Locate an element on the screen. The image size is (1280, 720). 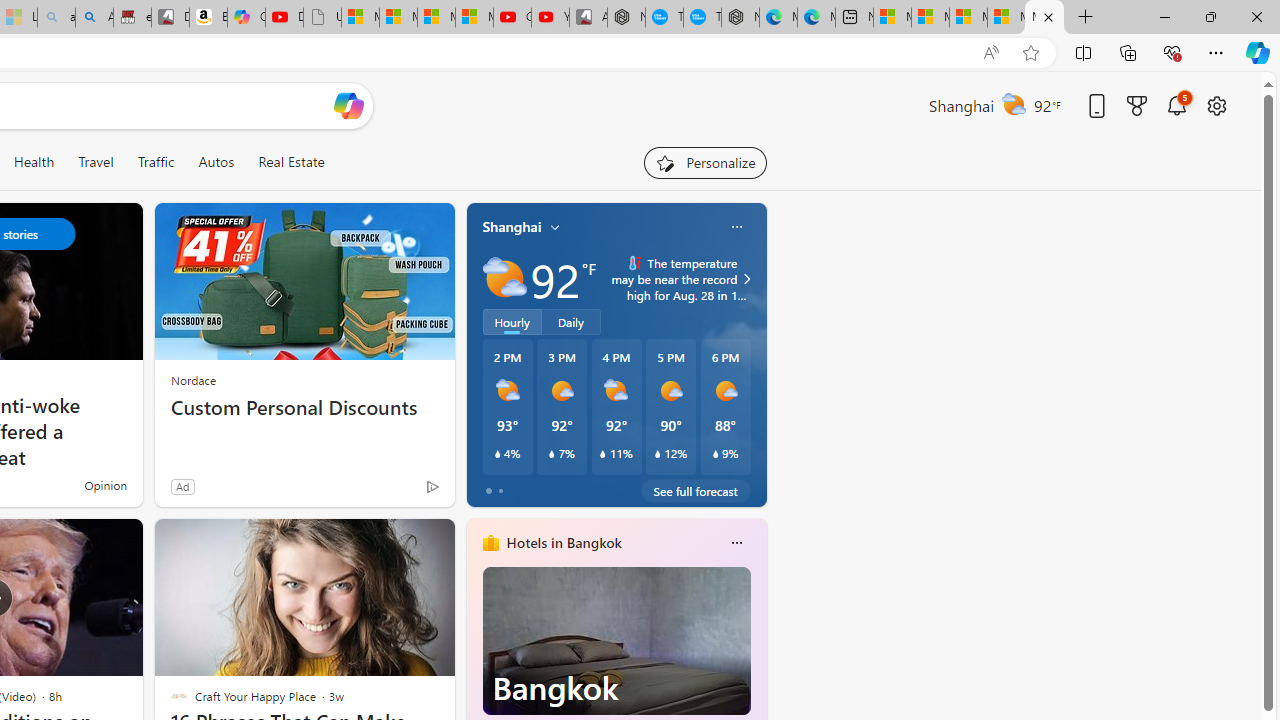
'Autos' is located at coordinates (216, 161).